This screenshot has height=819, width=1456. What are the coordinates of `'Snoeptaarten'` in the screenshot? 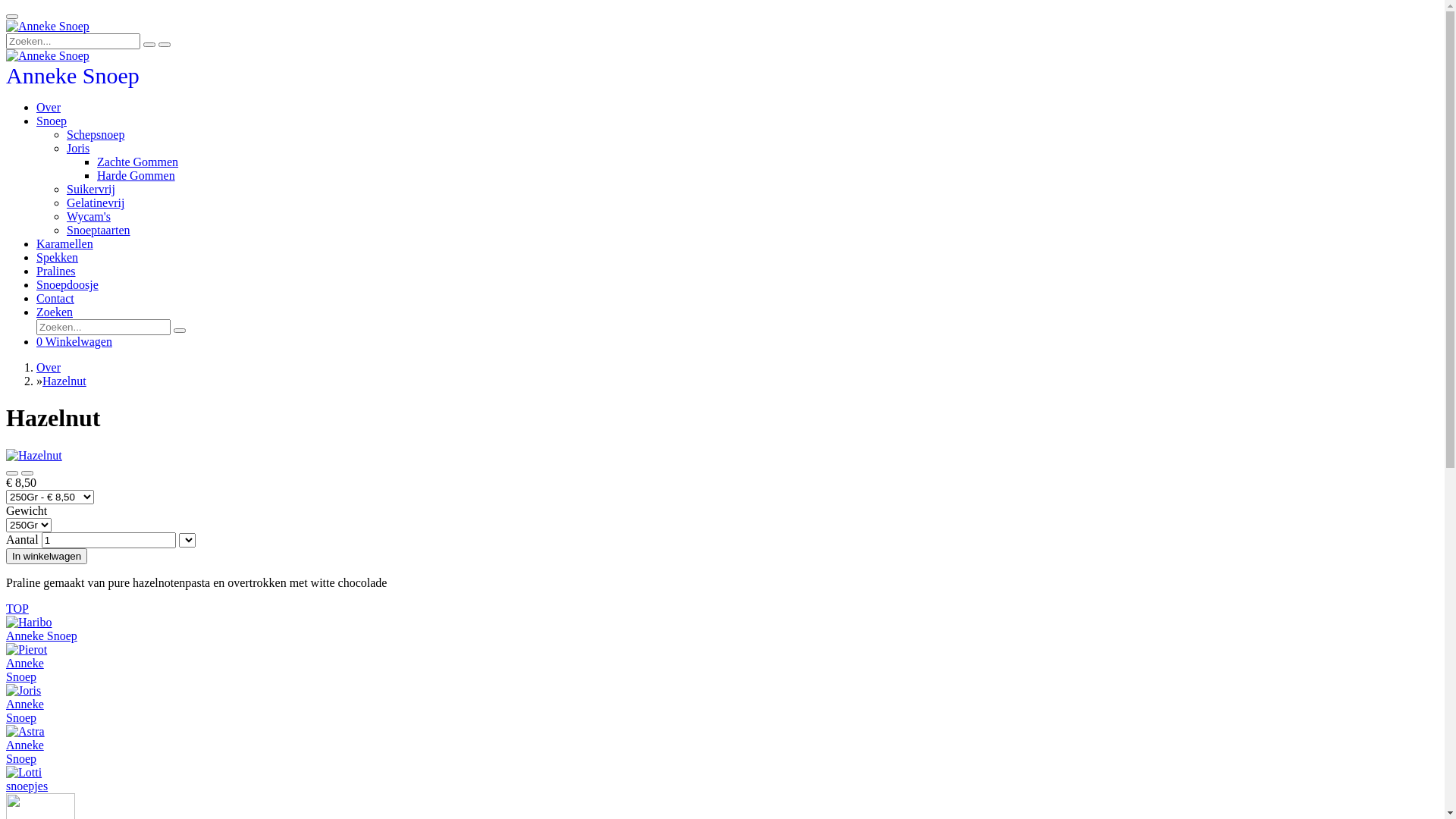 It's located at (65, 230).